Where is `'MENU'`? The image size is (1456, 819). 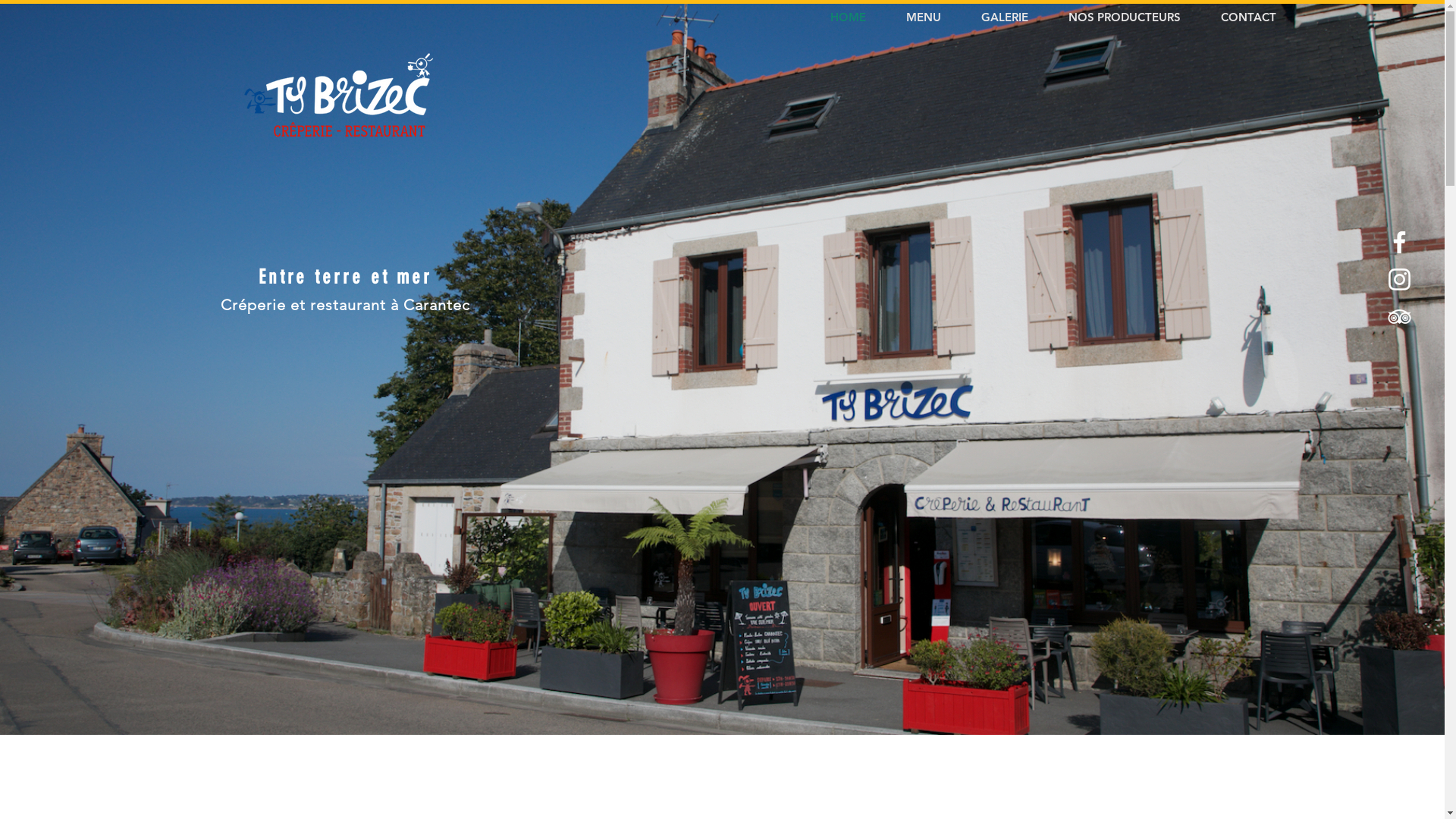 'MENU' is located at coordinates (931, 17).